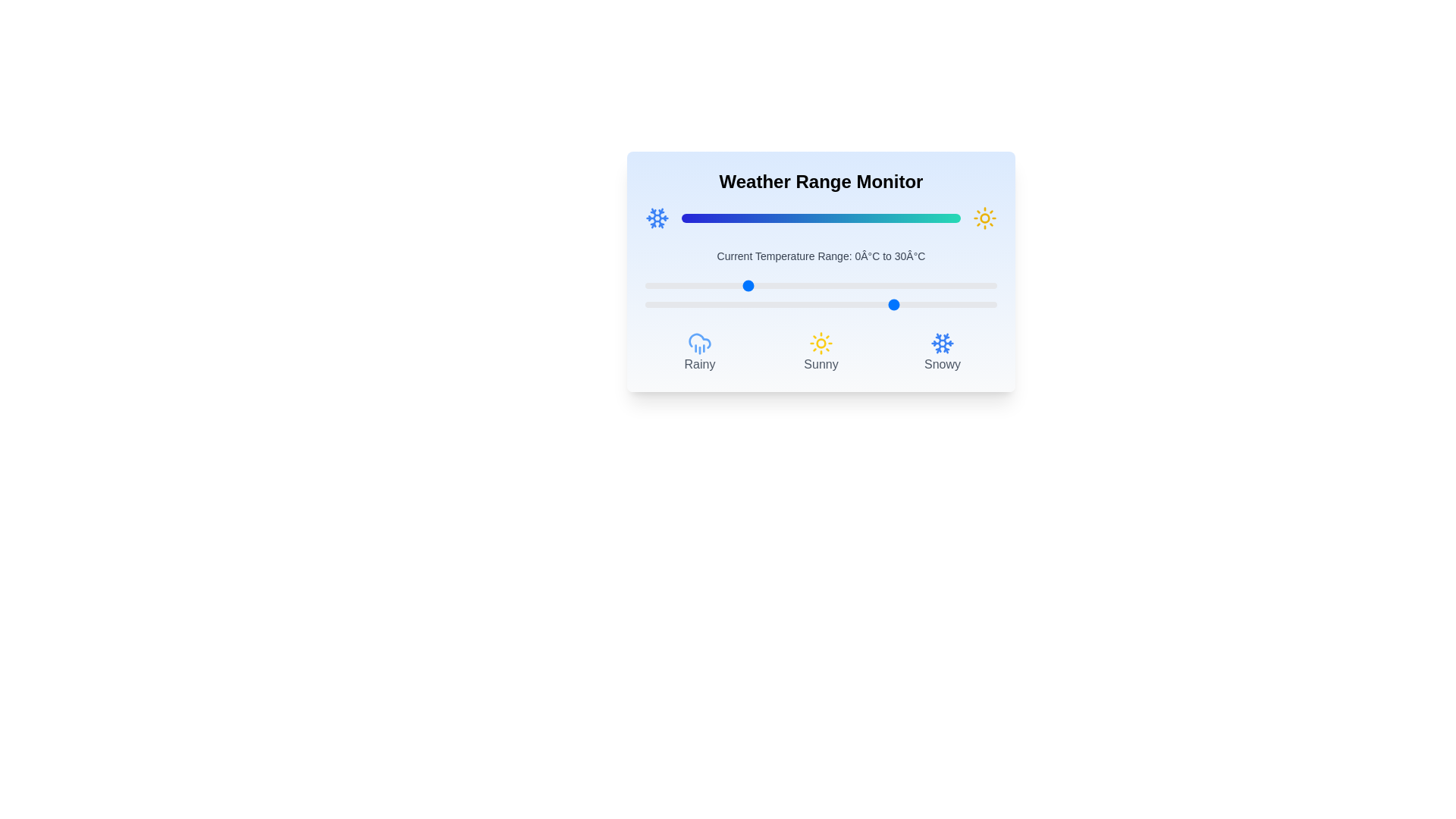 This screenshot has width=1456, height=819. What do you see at coordinates (821, 218) in the screenshot?
I see `the graphic scale bar representing the temperature range, located below the 'Weather Range Monitor' heading and framed by snowflake and sun icons` at bounding box center [821, 218].